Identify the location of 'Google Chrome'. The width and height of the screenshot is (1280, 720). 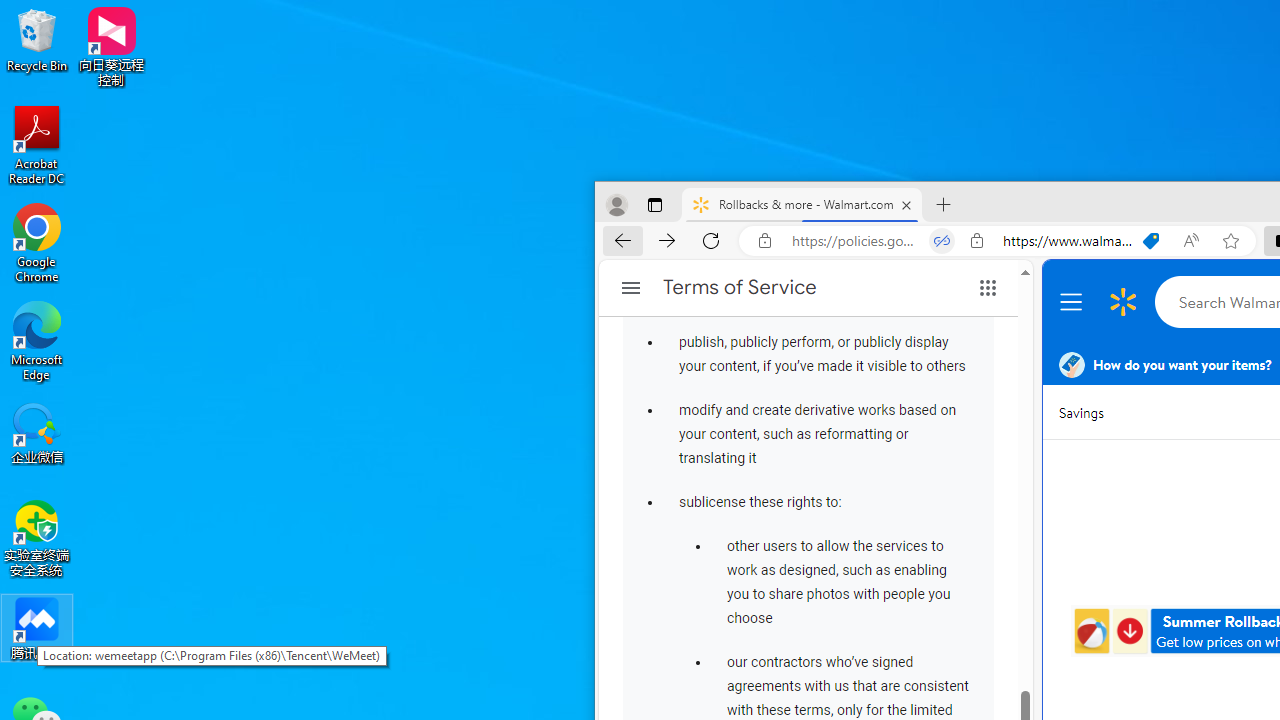
(37, 242).